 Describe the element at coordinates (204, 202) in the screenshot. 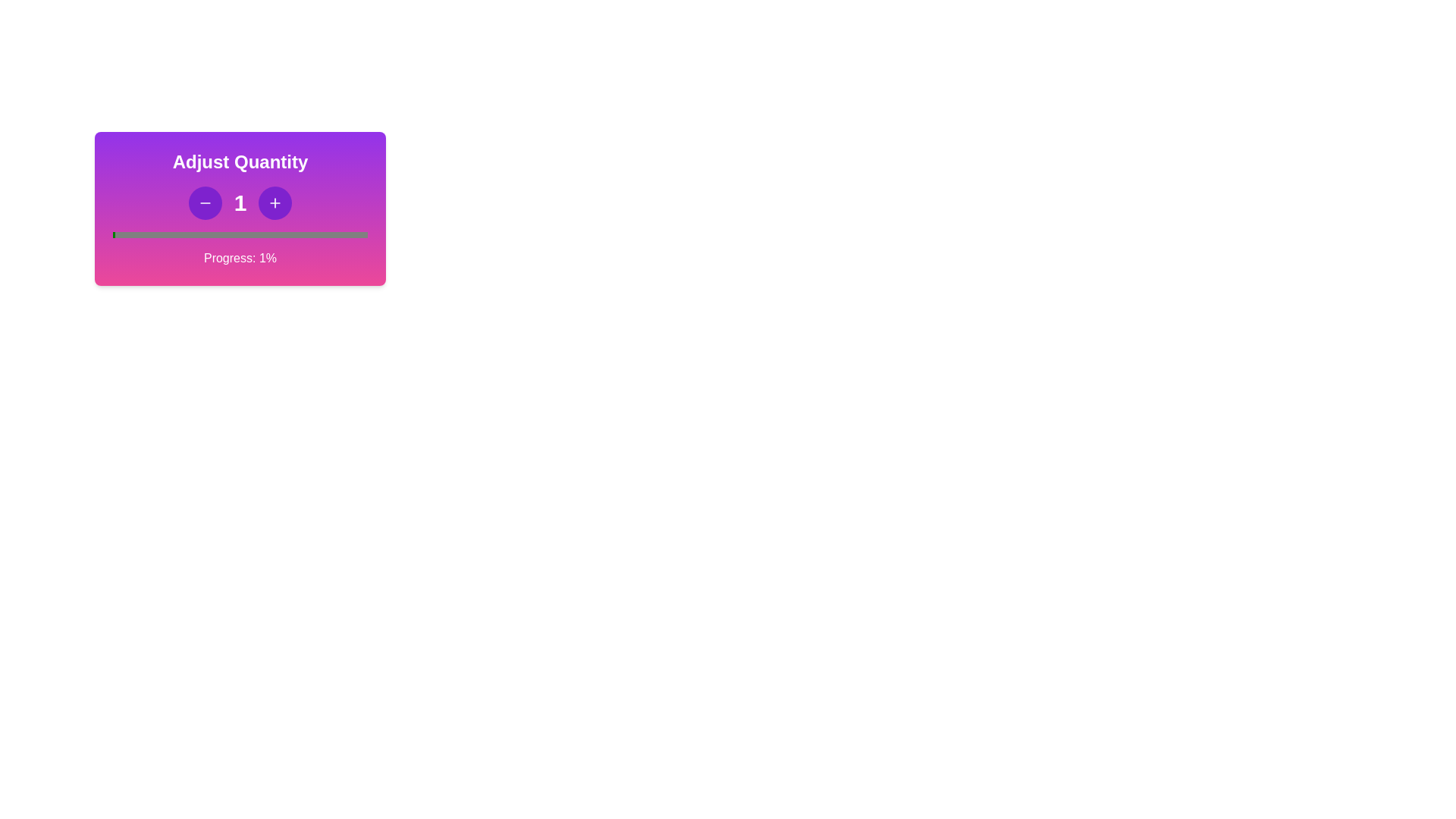

I see `the button to decrease the quantity, which is located to the left of the numeric display '1' and the plus button in the 'Adjust Quantity' layout` at that location.